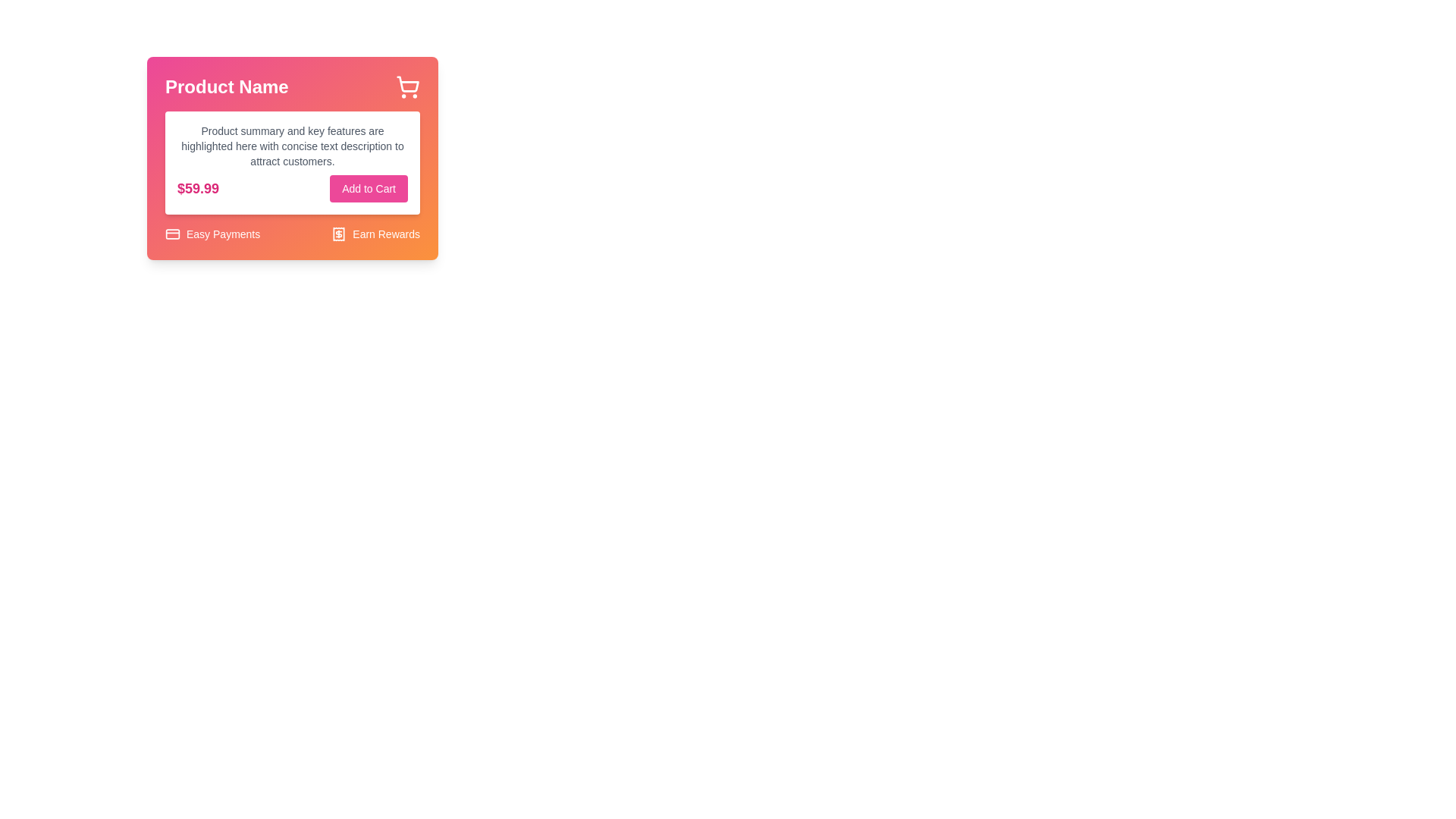 The height and width of the screenshot is (819, 1456). Describe the element at coordinates (375, 234) in the screenshot. I see `the rewards informational button located at the bottom-right of the highlighted card section` at that location.